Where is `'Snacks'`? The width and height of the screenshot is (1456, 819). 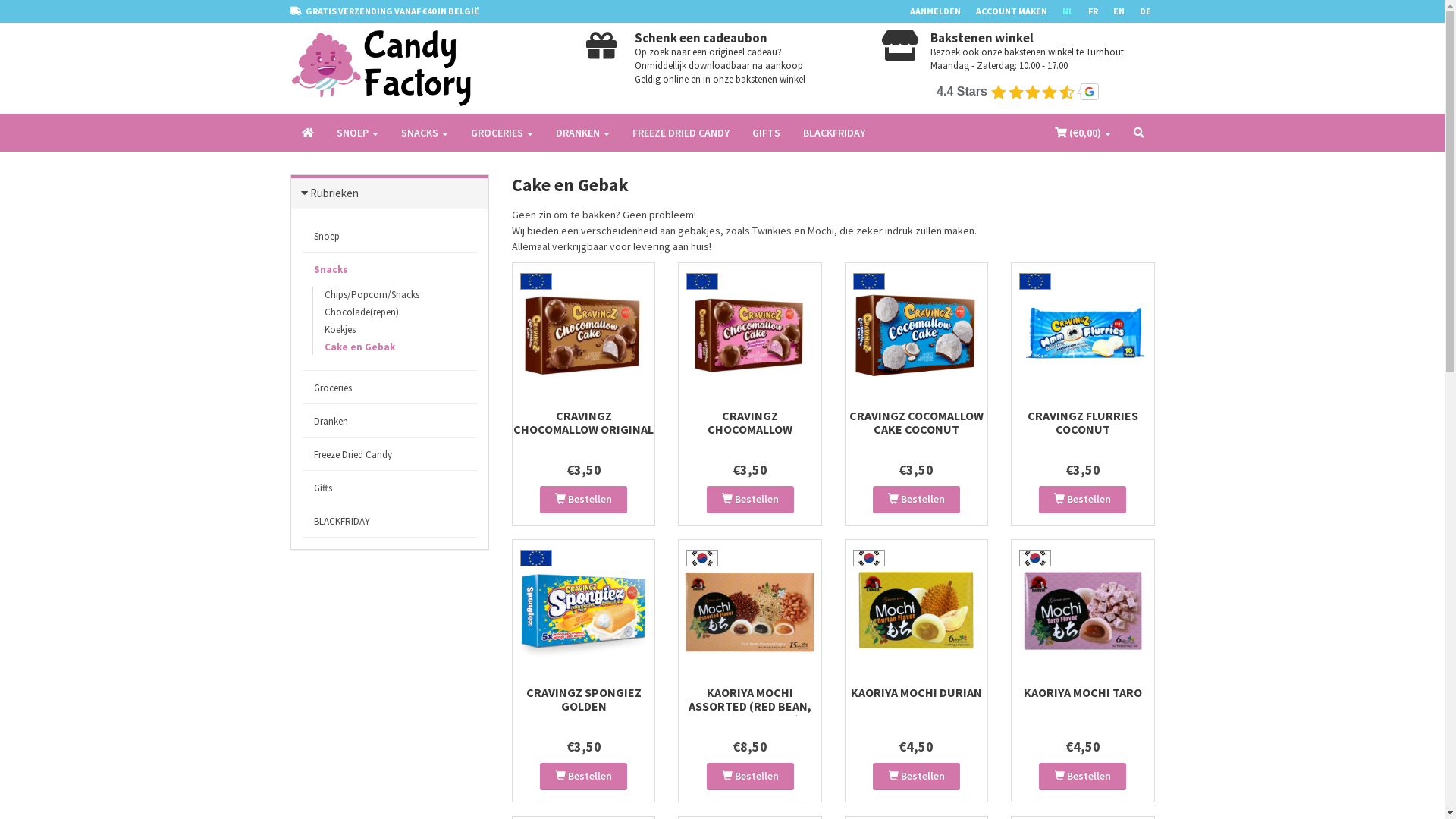 'Snacks' is located at coordinates (389, 268).